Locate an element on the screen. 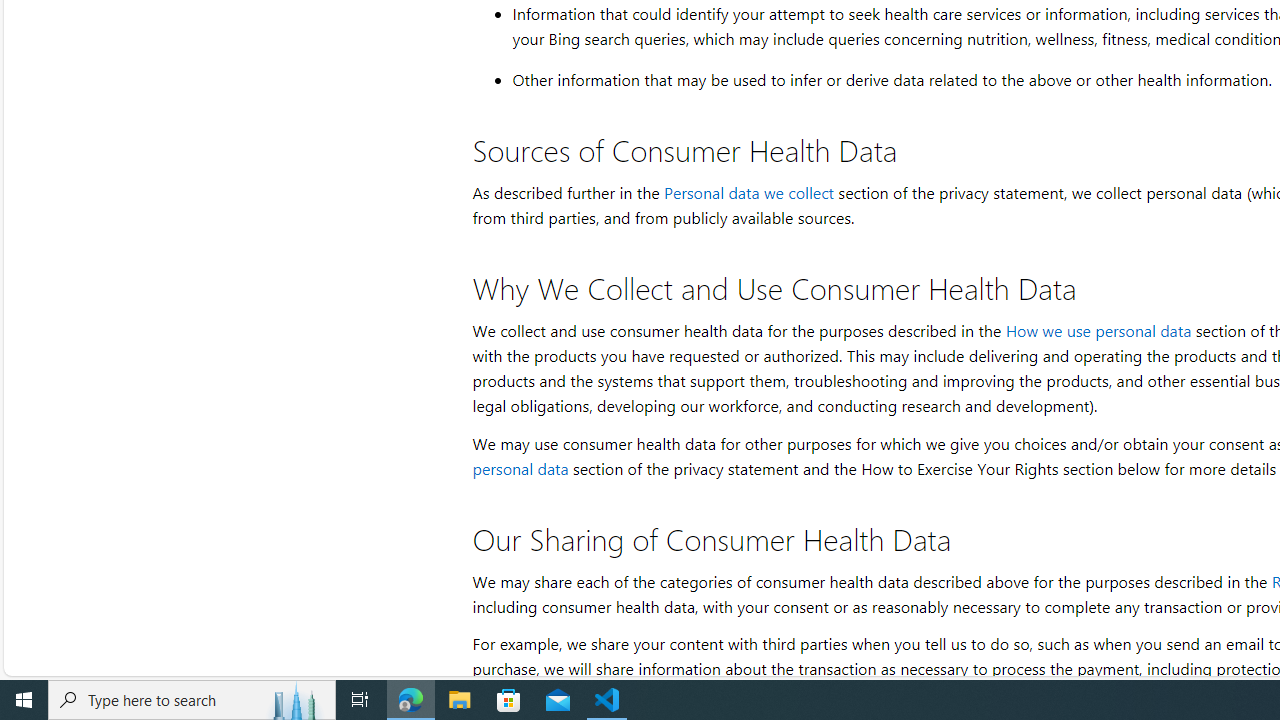 This screenshot has height=720, width=1280. 'Personal data we collect' is located at coordinates (747, 192).